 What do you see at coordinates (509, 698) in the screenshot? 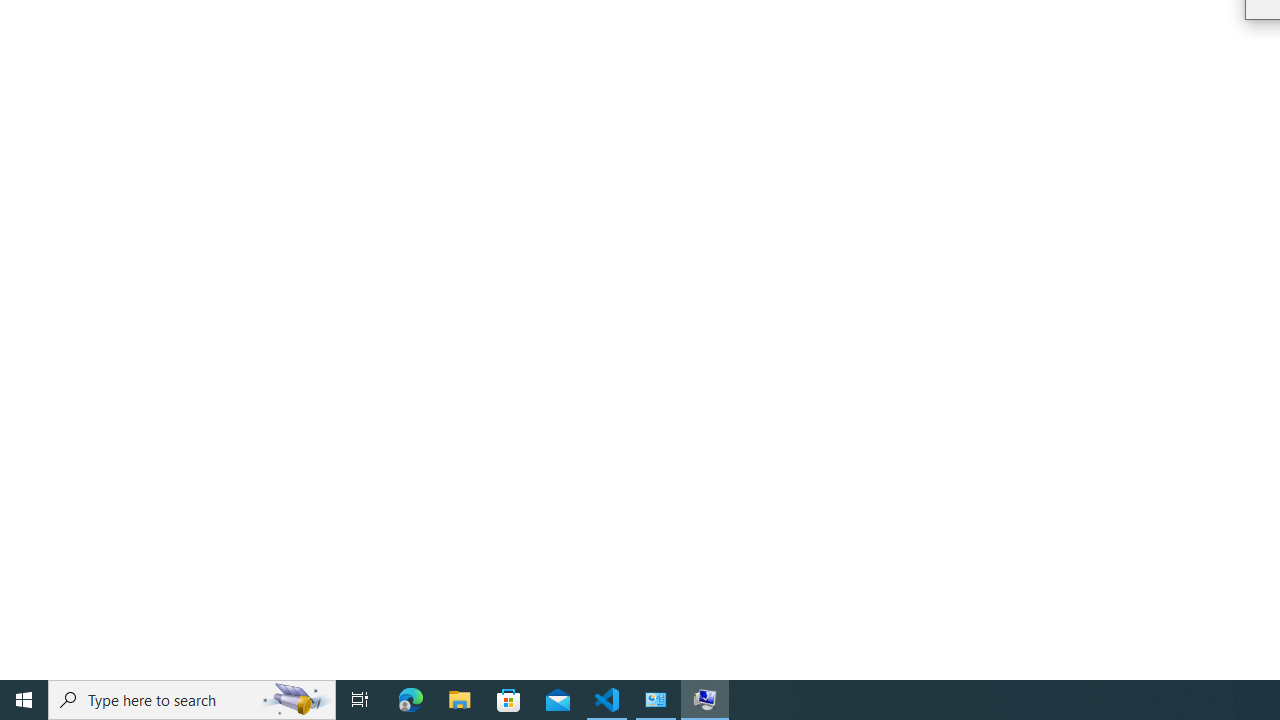
I see `'Microsoft Store'` at bounding box center [509, 698].